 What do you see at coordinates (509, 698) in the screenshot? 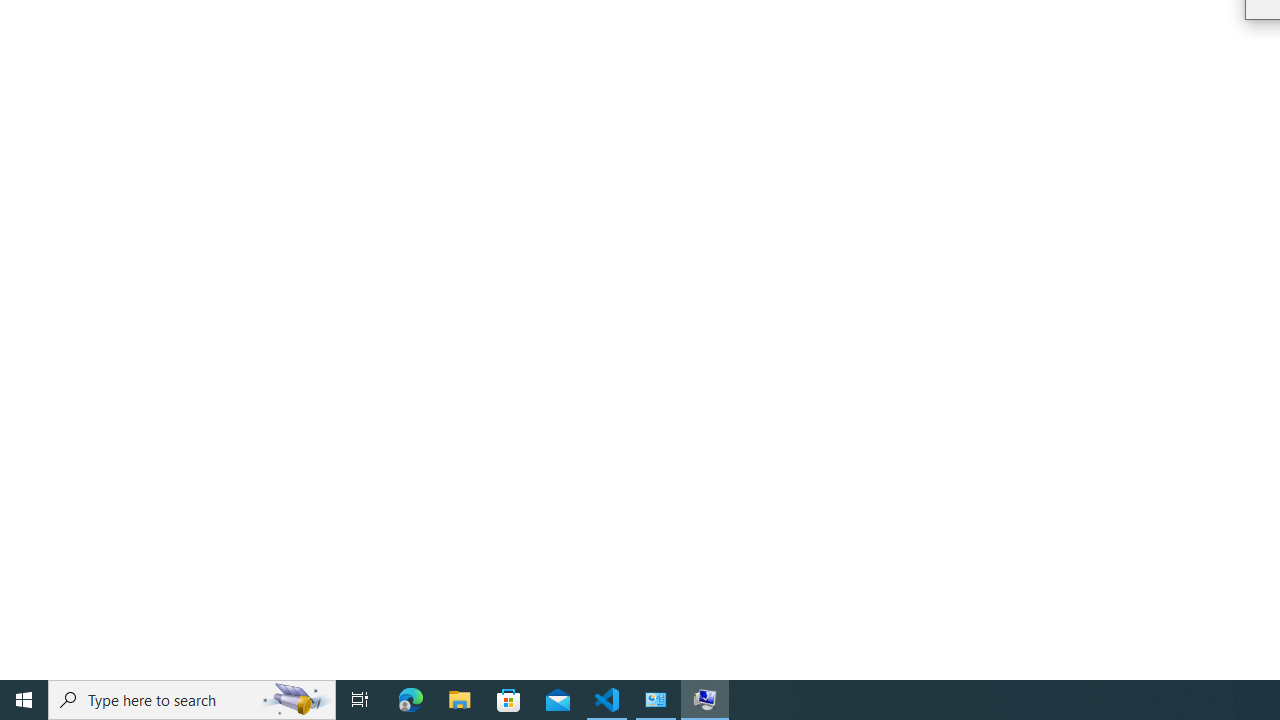
I see `'Microsoft Store'` at bounding box center [509, 698].